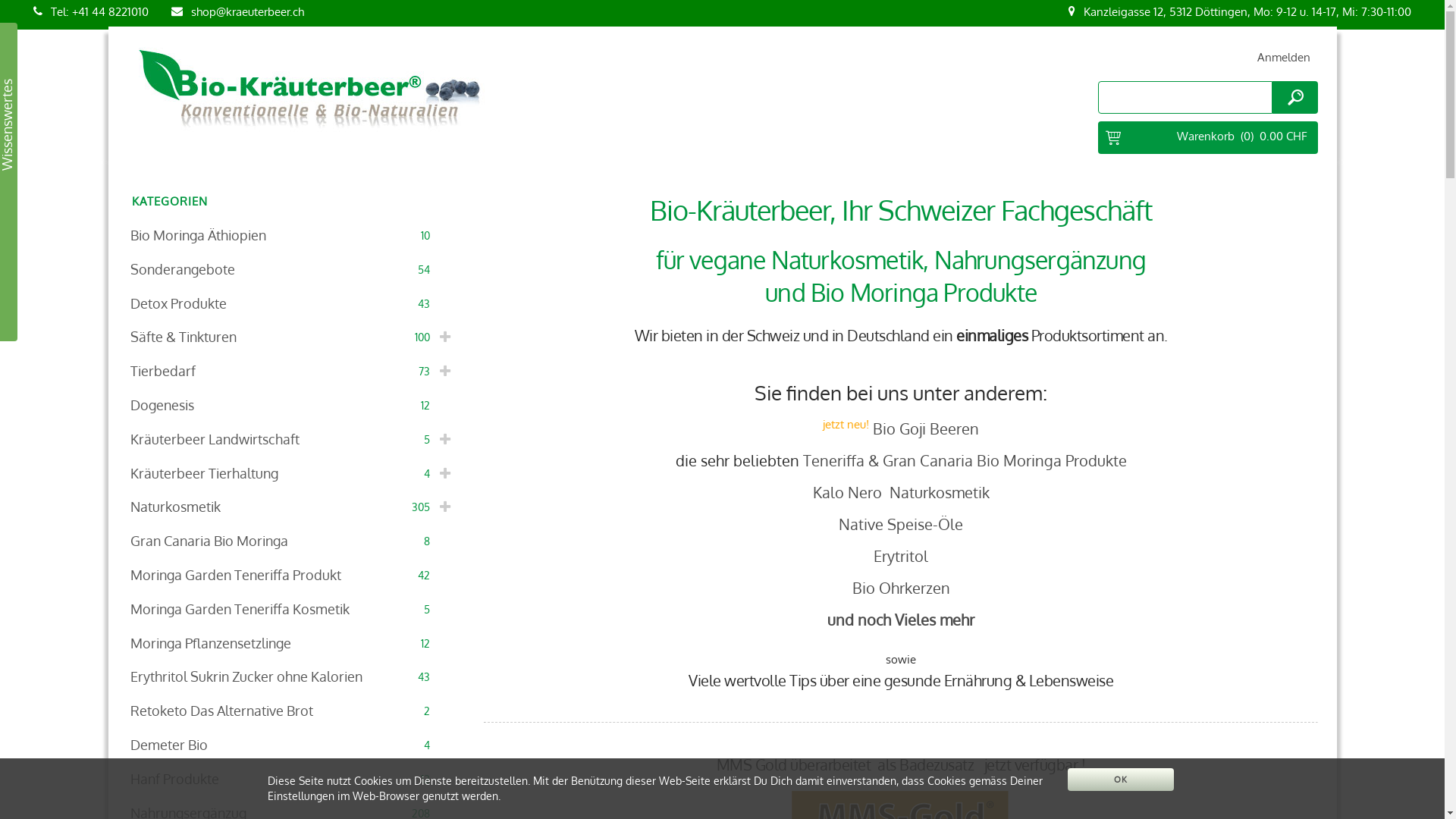 The width and height of the screenshot is (1456, 819). Describe the element at coordinates (293, 371) in the screenshot. I see `'Tierbedarf` at that location.